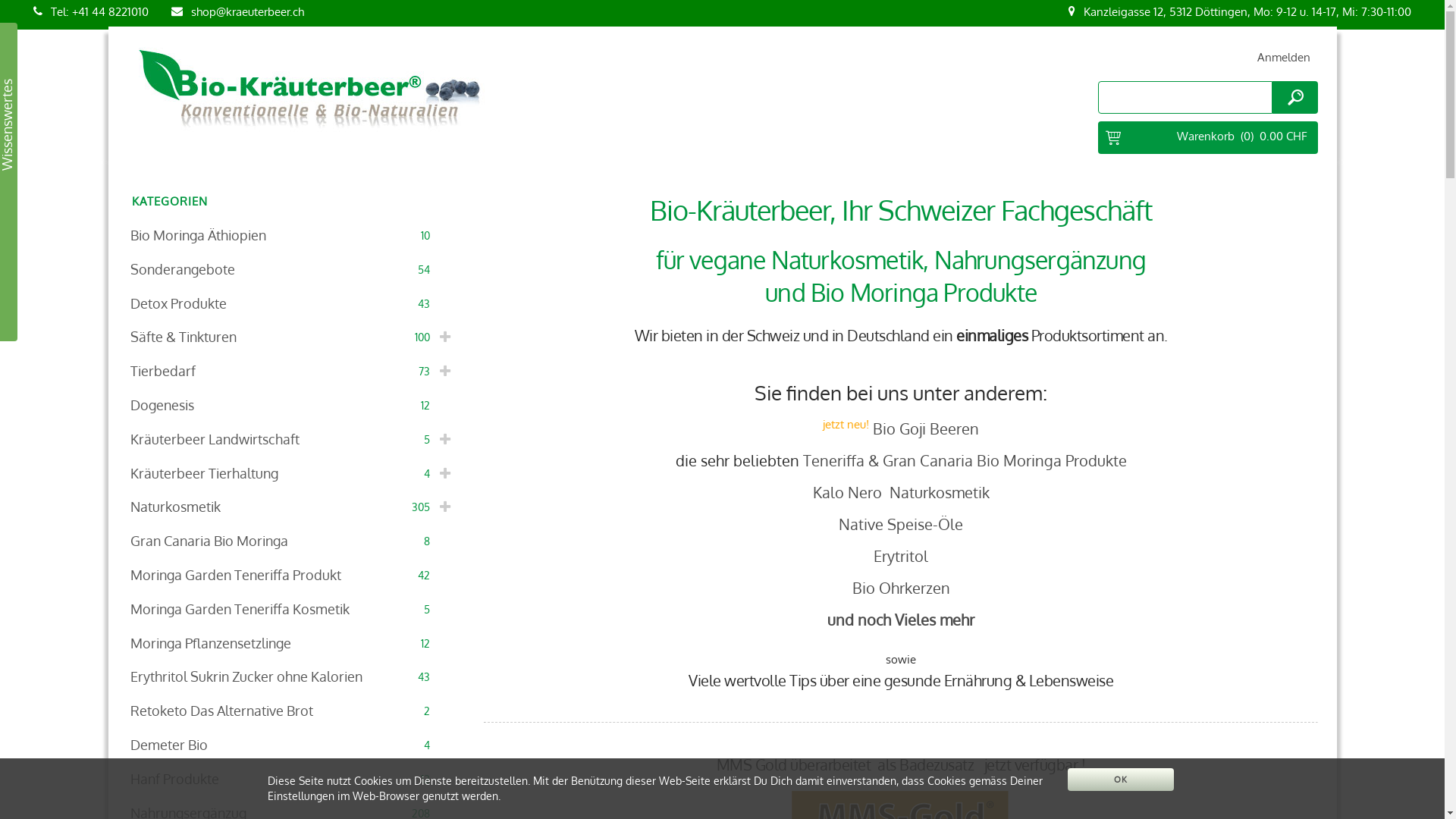 The width and height of the screenshot is (1456, 819). Describe the element at coordinates (293, 371) in the screenshot. I see `'Tierbedarf` at that location.